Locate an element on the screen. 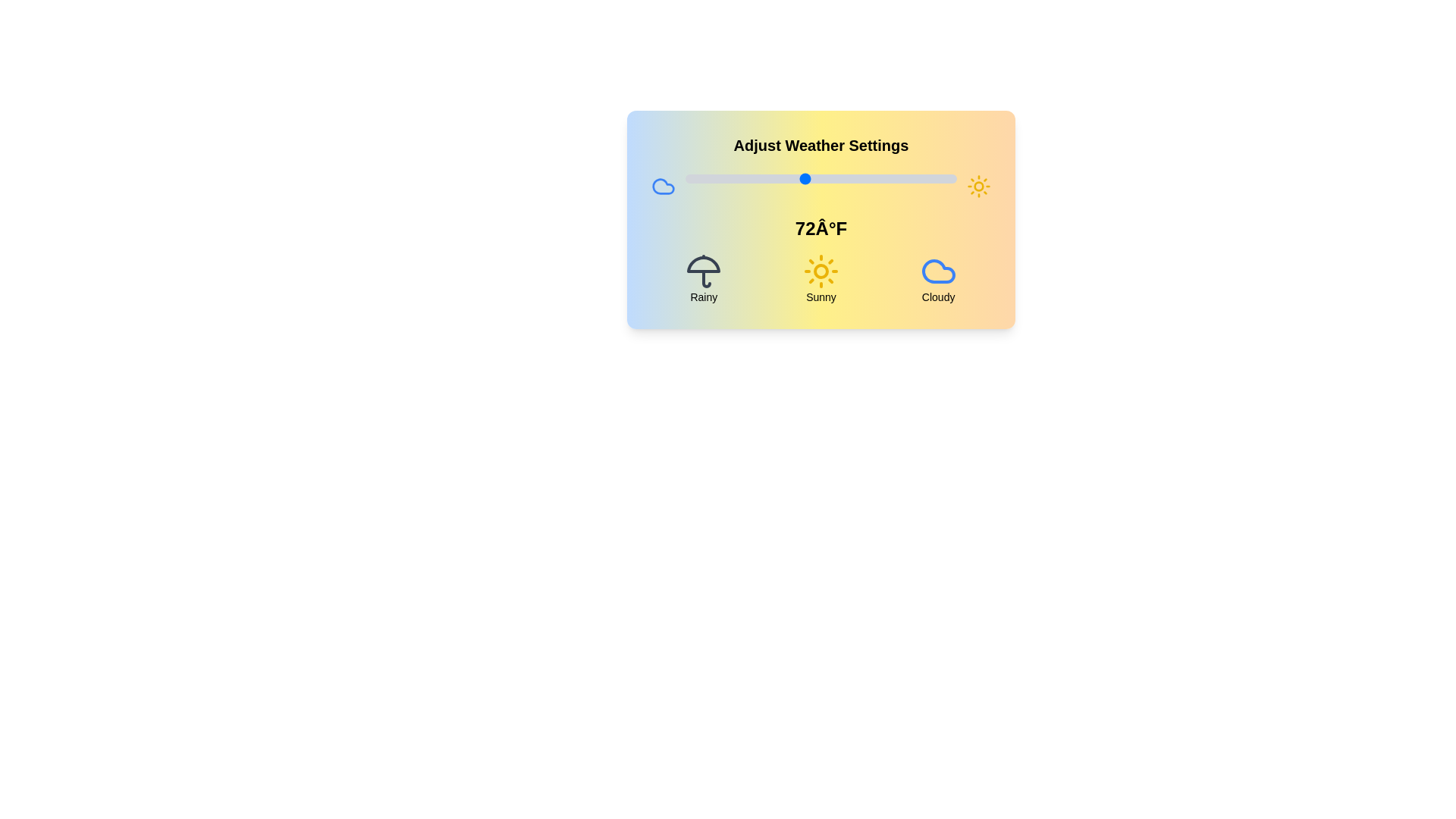  the weather condition icon corresponding to Rainy is located at coordinates (702, 271).